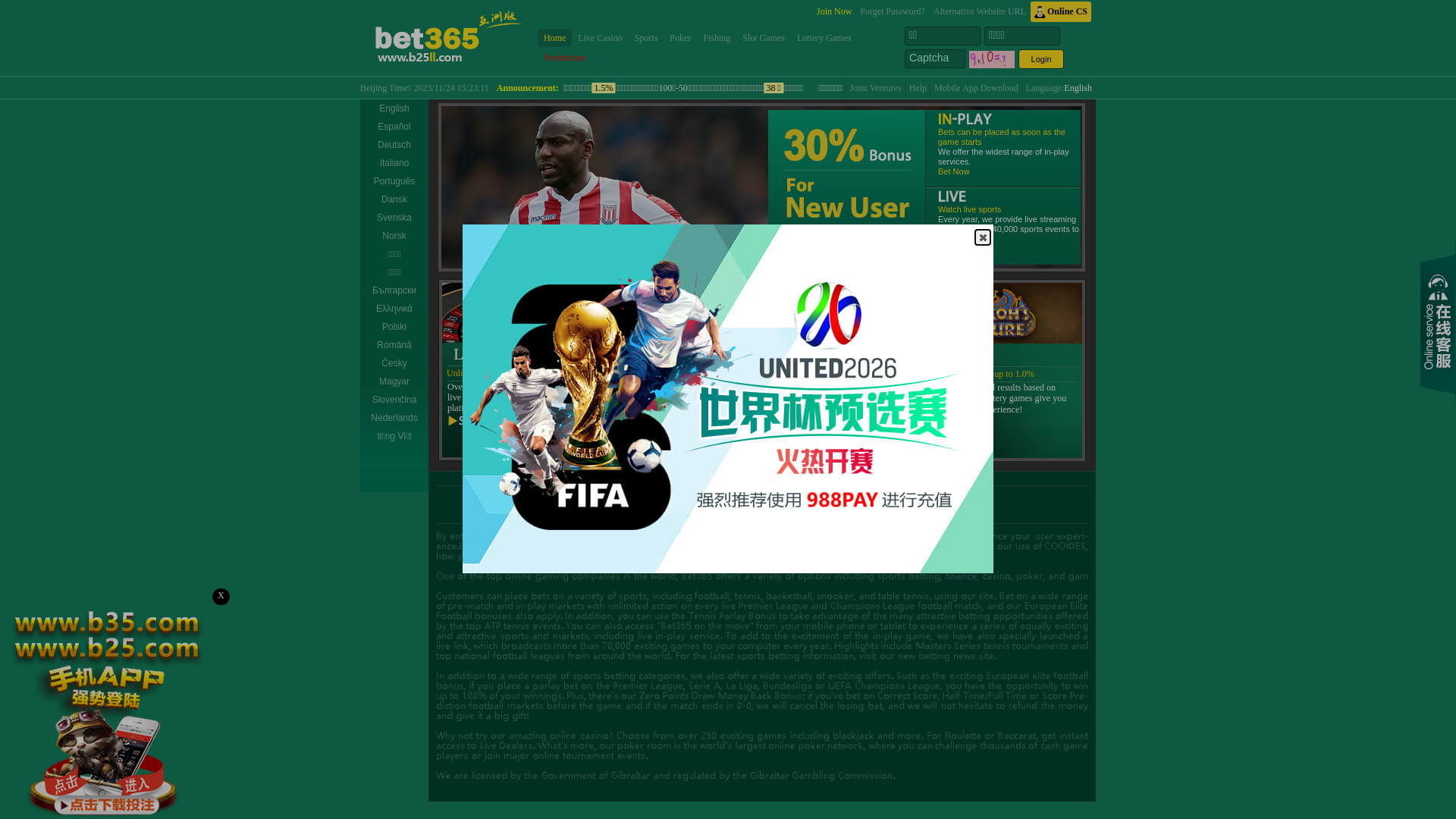  Describe the element at coordinates (892, 11) in the screenshot. I see `'Forget Password?'` at that location.